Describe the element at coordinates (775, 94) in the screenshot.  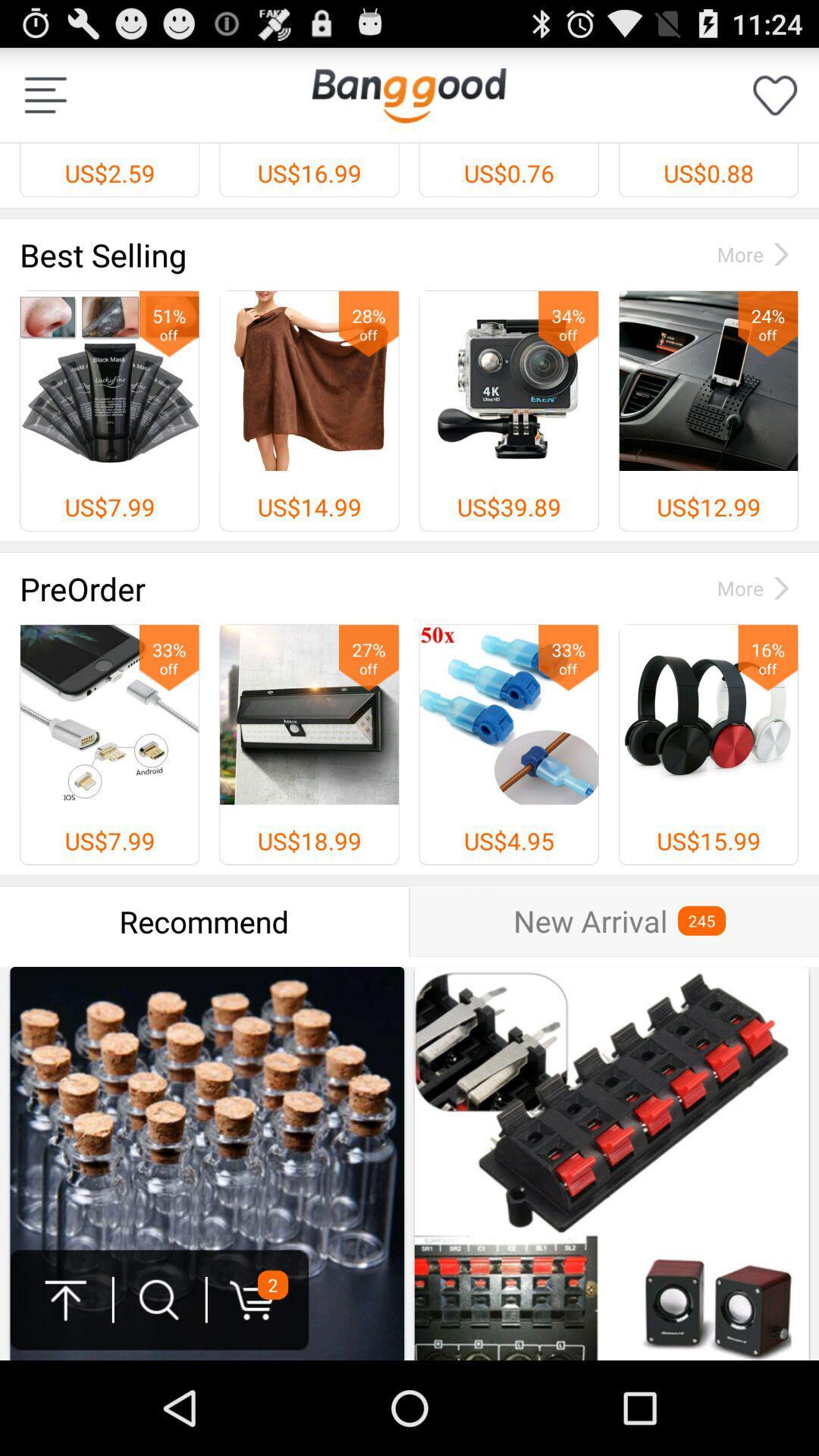
I see `app to the right of us$0.76 item` at that location.